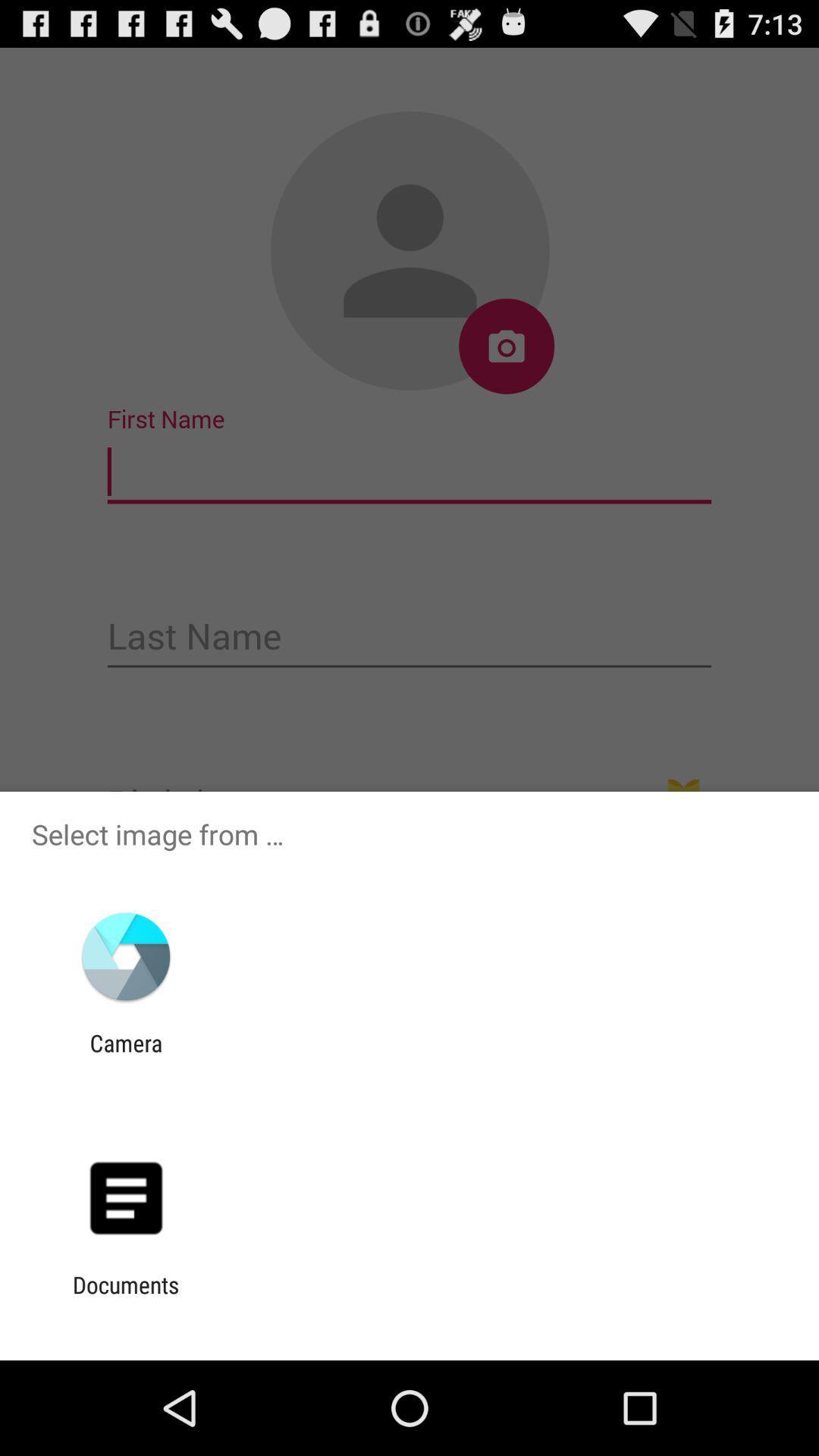 The height and width of the screenshot is (1456, 819). What do you see at coordinates (125, 1298) in the screenshot?
I see `documents app` at bounding box center [125, 1298].